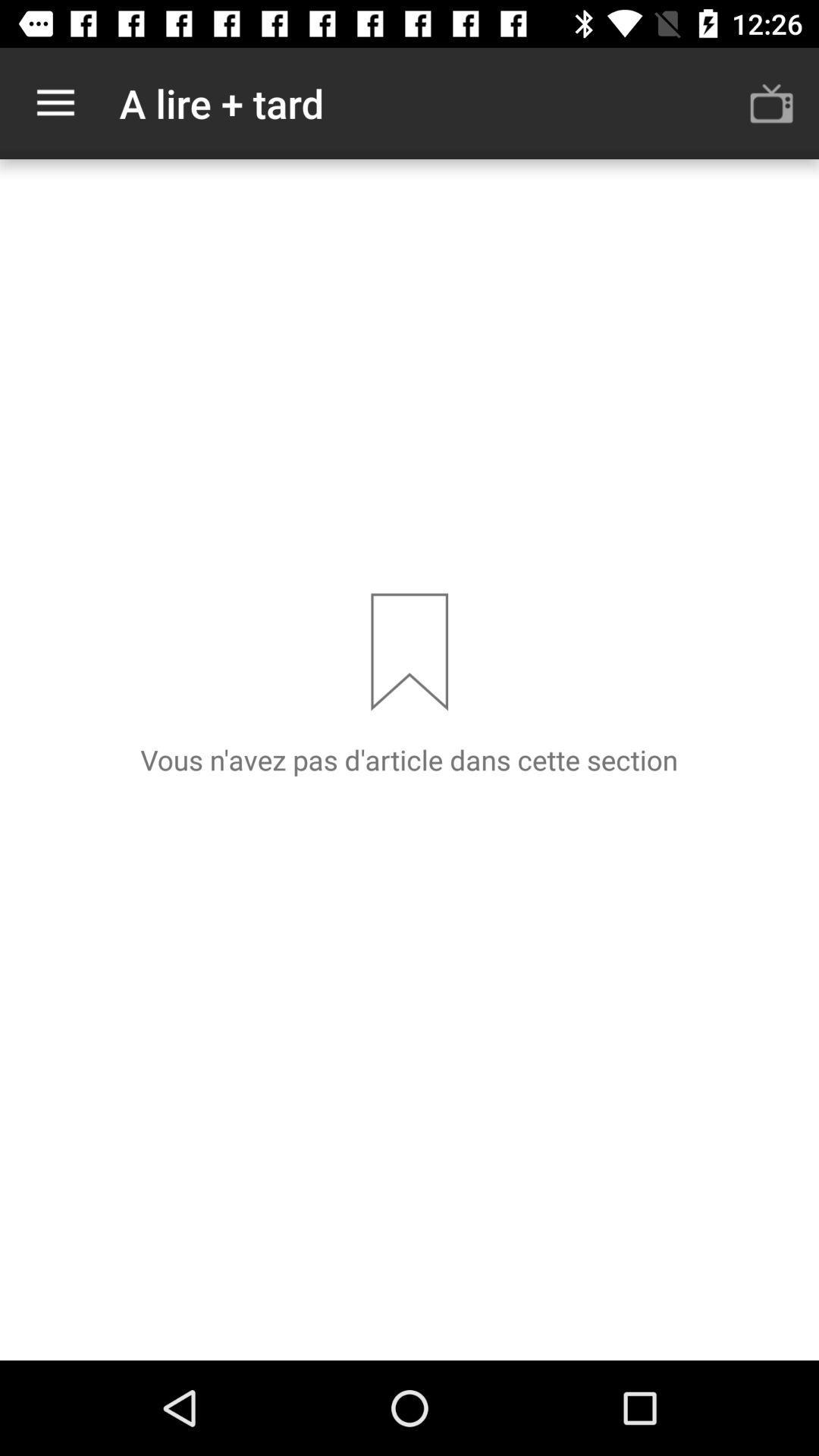 This screenshot has width=819, height=1456. What do you see at coordinates (771, 102) in the screenshot?
I see `the item next to the a lire + tard item` at bounding box center [771, 102].